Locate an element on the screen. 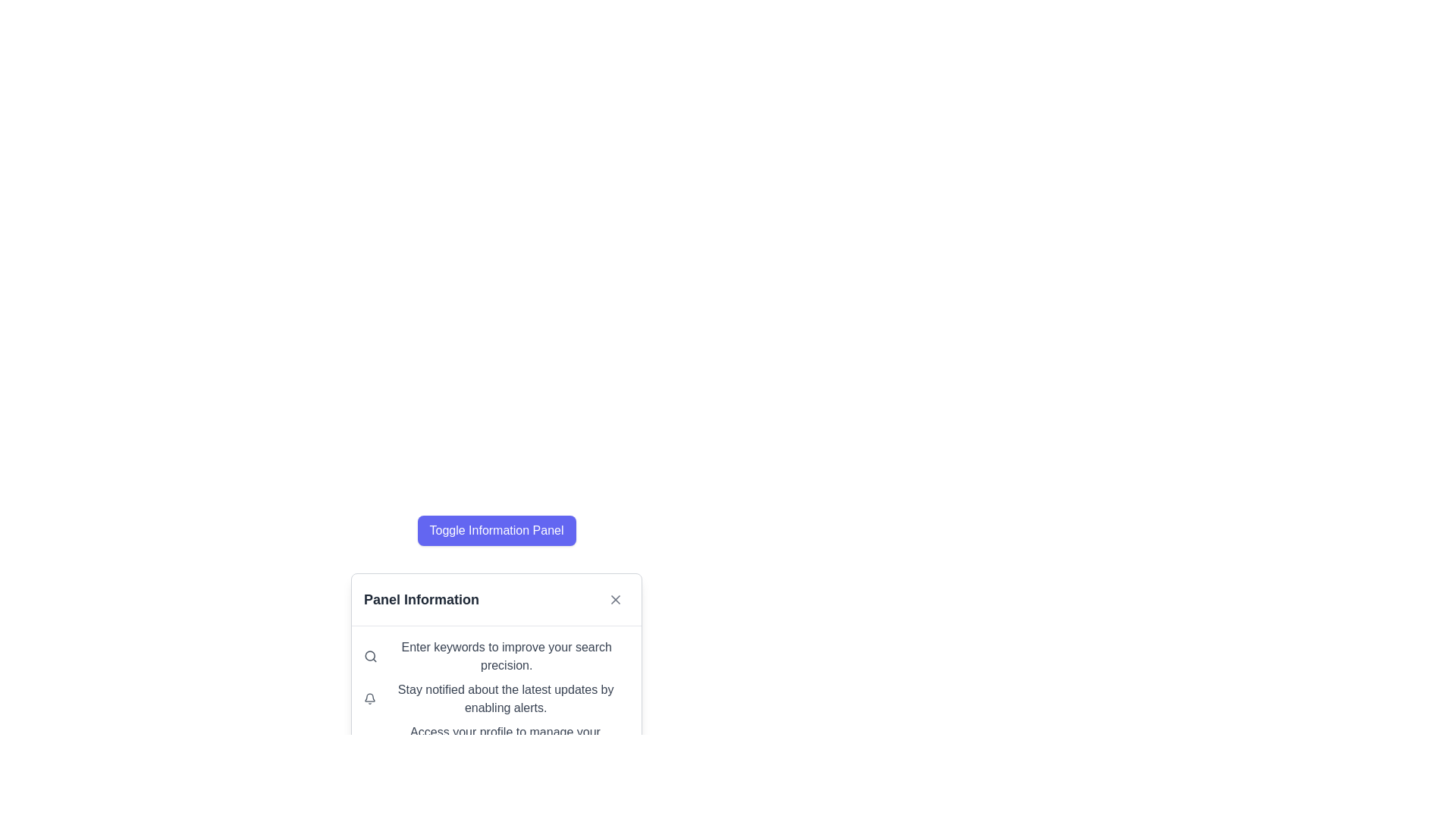 The image size is (1456, 819). the close button located in the top-right corner of the 'Panel Information' is located at coordinates (615, 598).